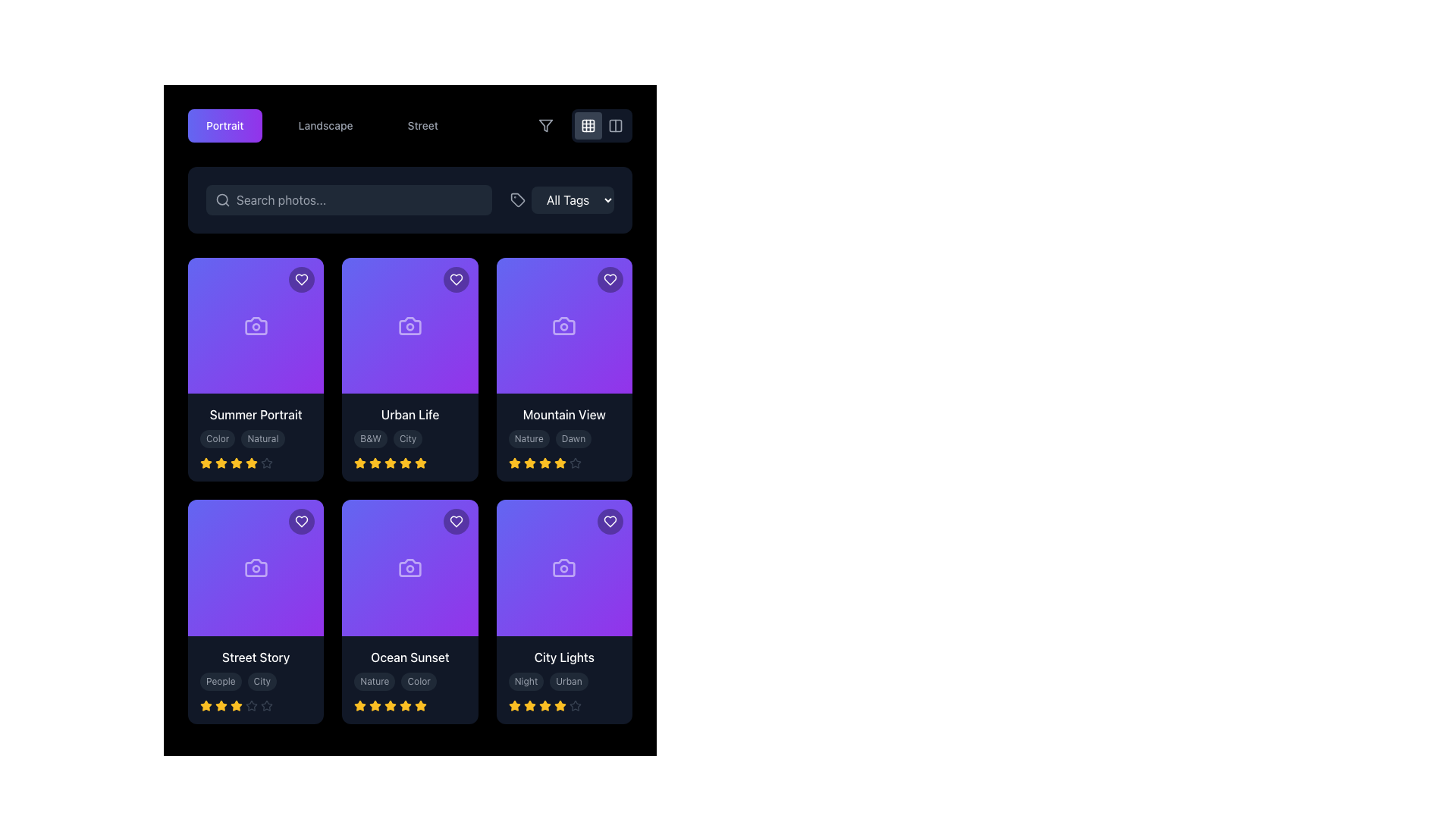  What do you see at coordinates (572, 199) in the screenshot?
I see `the dropdown button located in the top navigation area, to the right of the search bar, for keyboard navigation` at bounding box center [572, 199].